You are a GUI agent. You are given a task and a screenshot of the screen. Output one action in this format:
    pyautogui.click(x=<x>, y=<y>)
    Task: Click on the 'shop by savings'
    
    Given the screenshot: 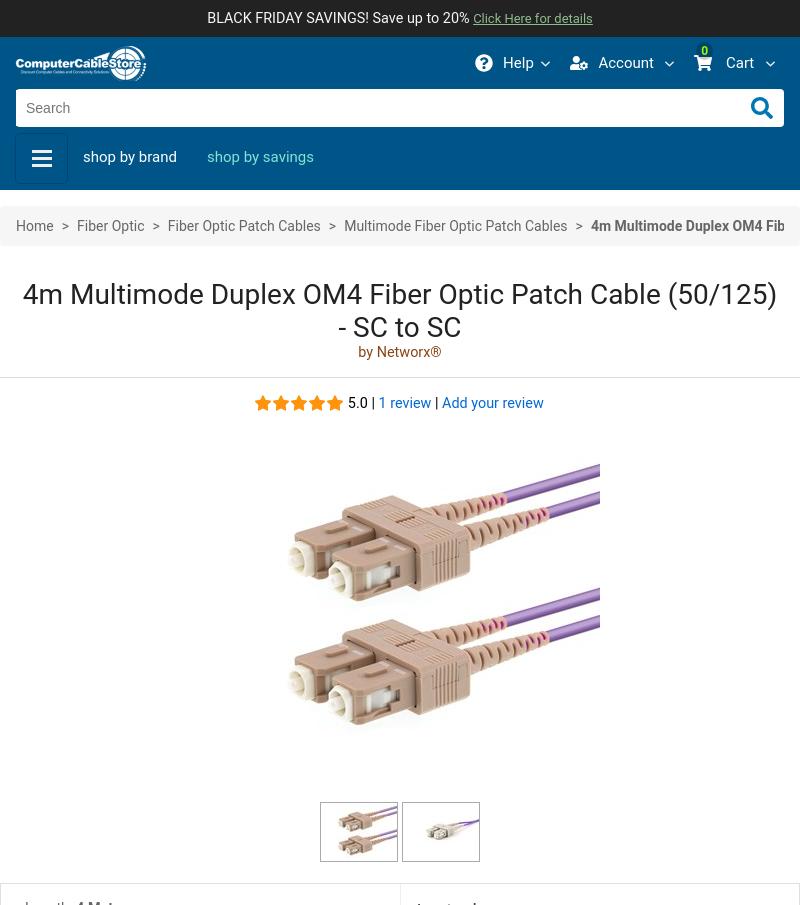 What is the action you would take?
    pyautogui.click(x=206, y=157)
    